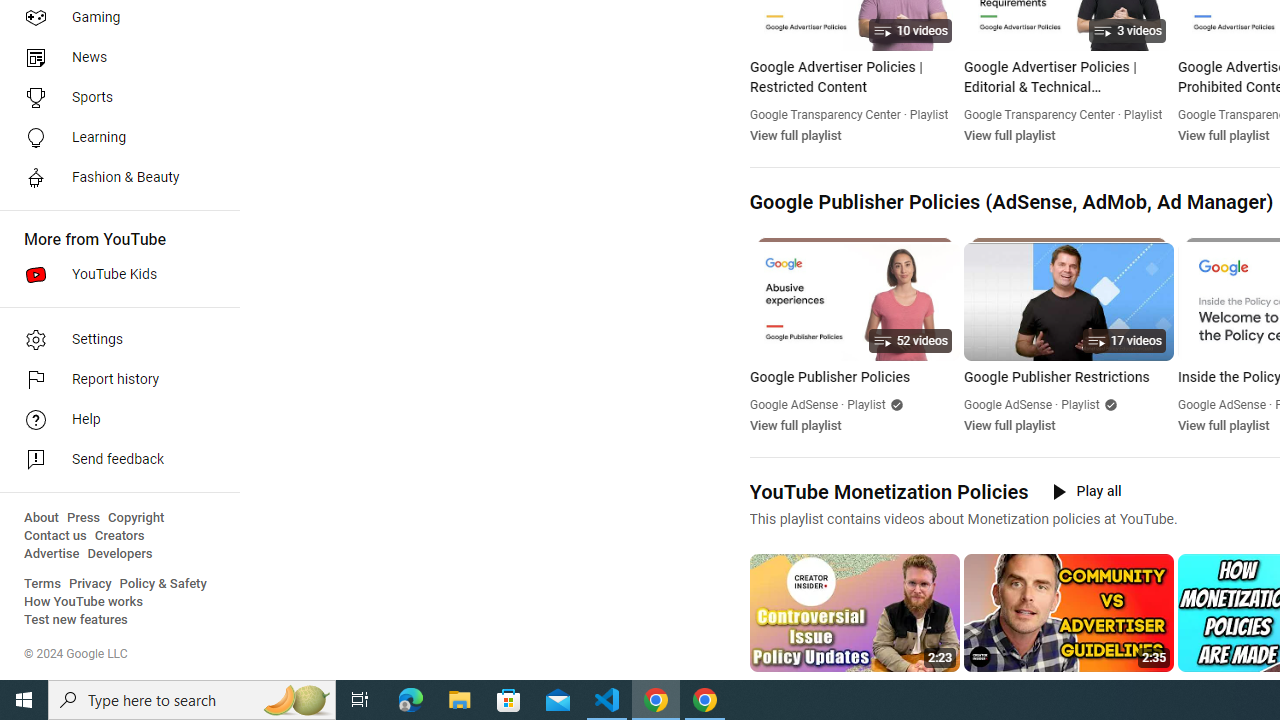  What do you see at coordinates (163, 584) in the screenshot?
I see `'Policy & Safety'` at bounding box center [163, 584].